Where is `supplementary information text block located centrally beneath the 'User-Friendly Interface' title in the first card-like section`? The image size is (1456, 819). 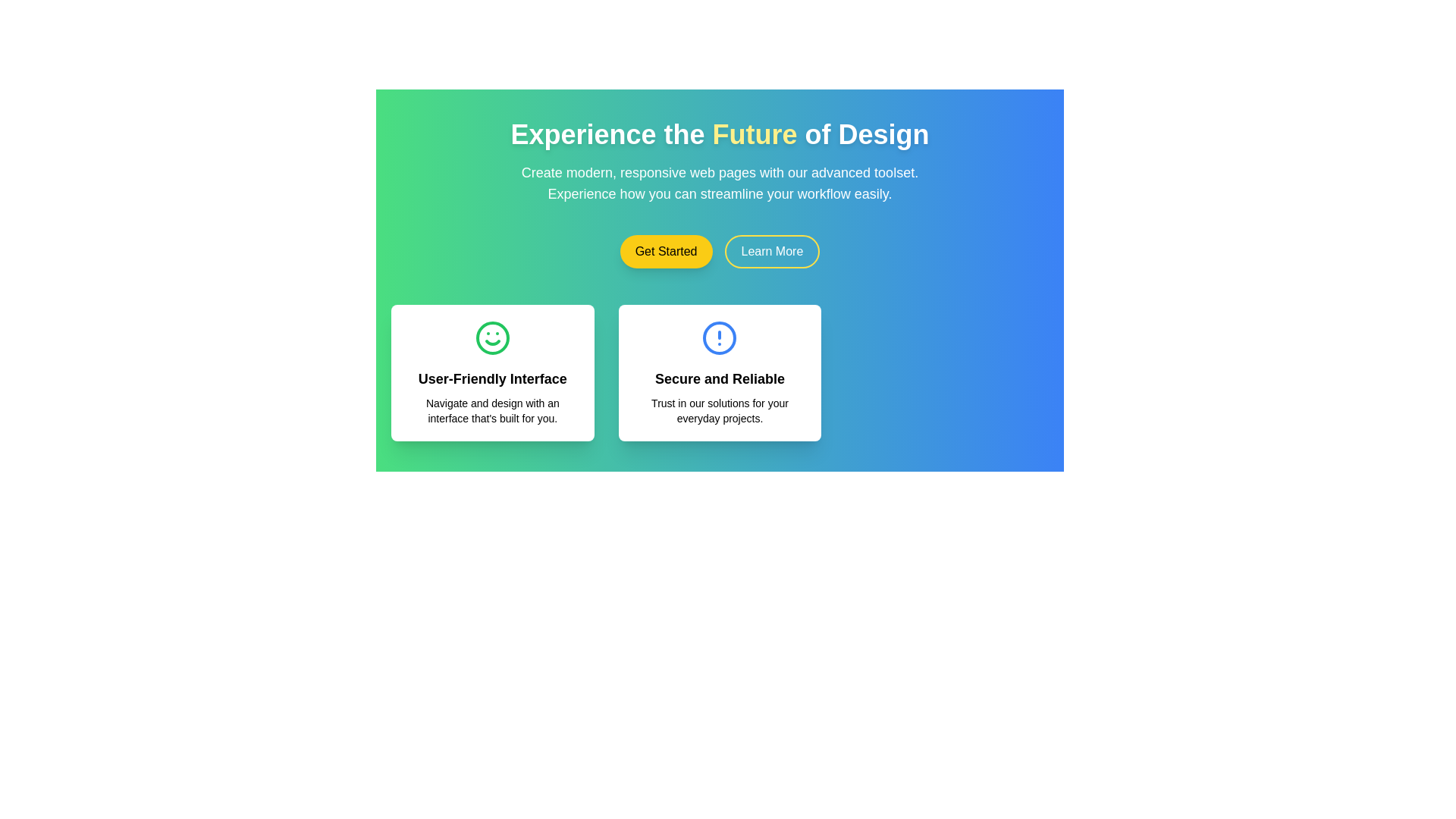 supplementary information text block located centrally beneath the 'User-Friendly Interface' title in the first card-like section is located at coordinates (492, 411).